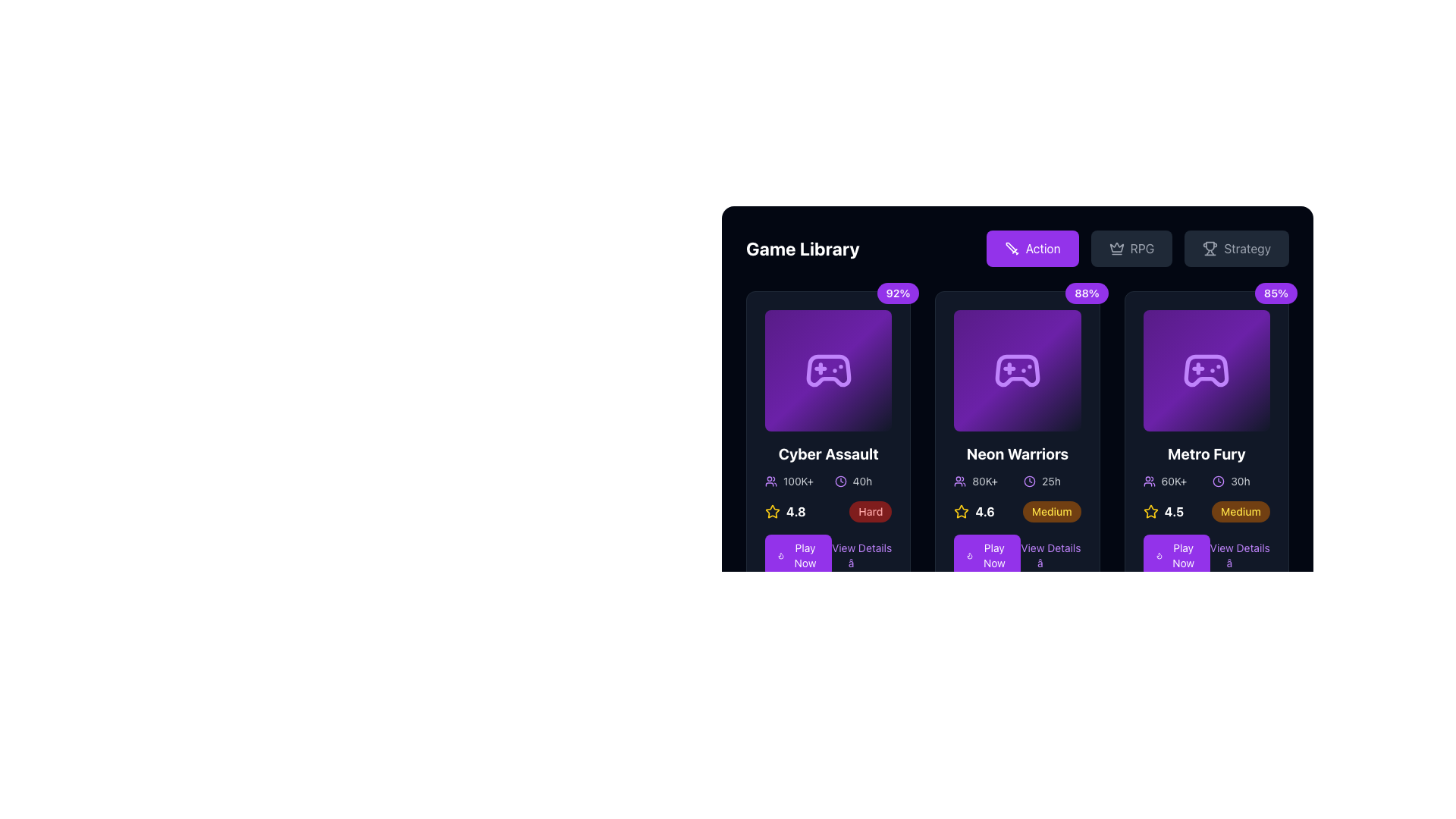 Image resolution: width=1456 pixels, height=819 pixels. I want to click on the circular outline of the clock icon, which serves as the outer frame providing a visual boundary for the clock representation, so click(1030, 482).